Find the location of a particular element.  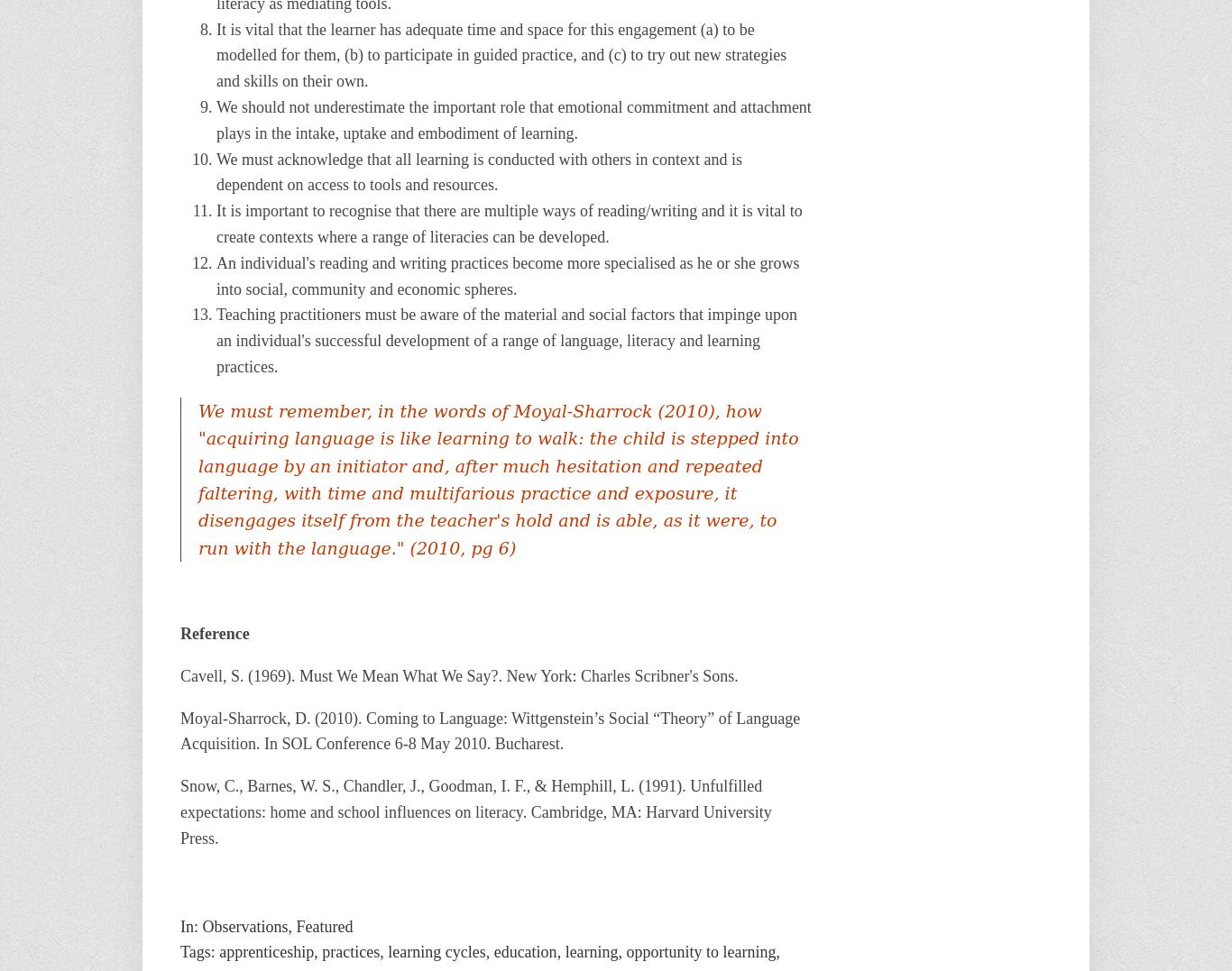

'It is important to recognise that there are multiple ways of reading/writing and it is vital to create contexts where a range of literacies can be developed.' is located at coordinates (509, 224).